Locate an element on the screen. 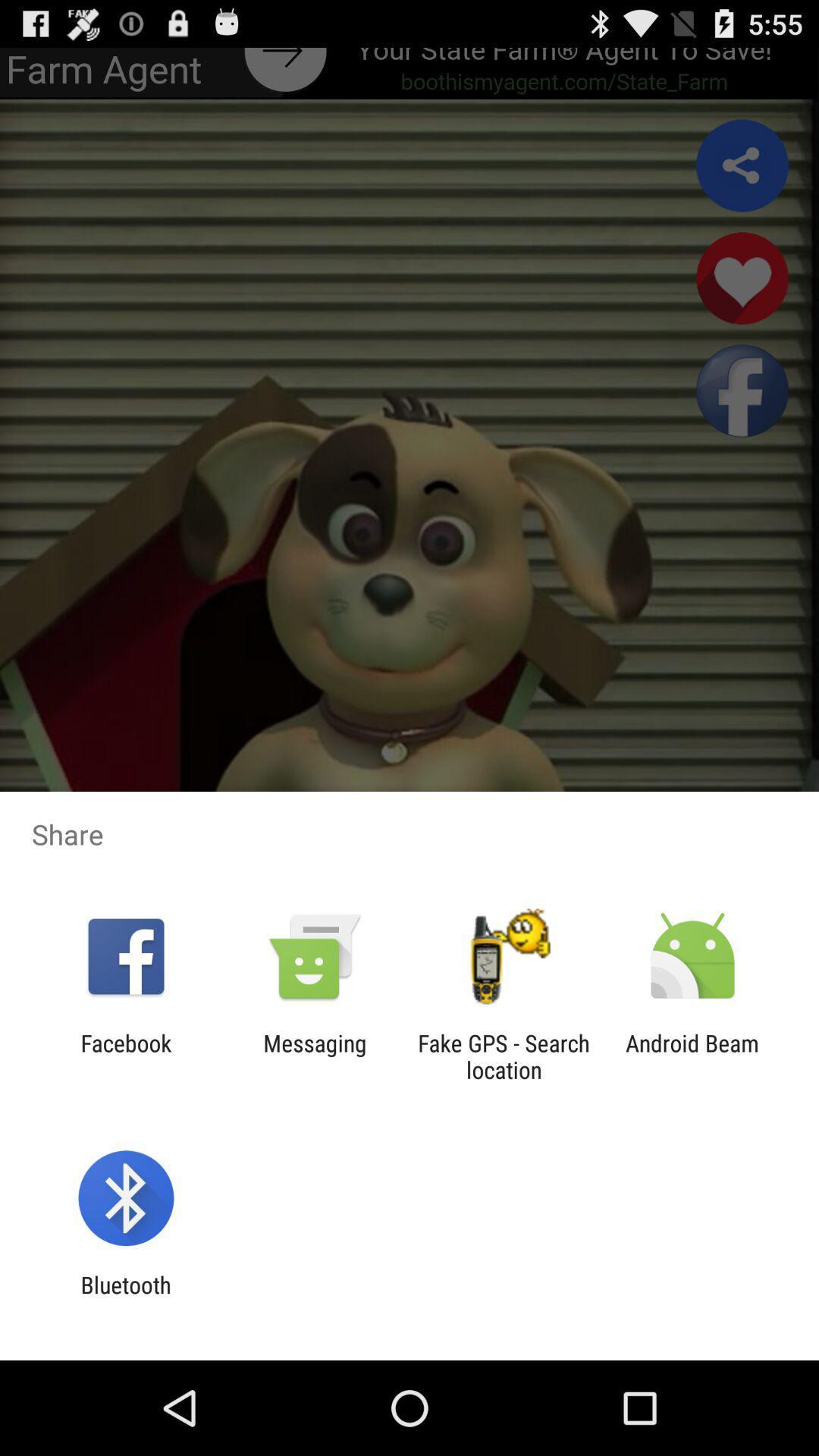 The height and width of the screenshot is (1456, 819). the icon to the right of the facebook is located at coordinates (314, 1056).